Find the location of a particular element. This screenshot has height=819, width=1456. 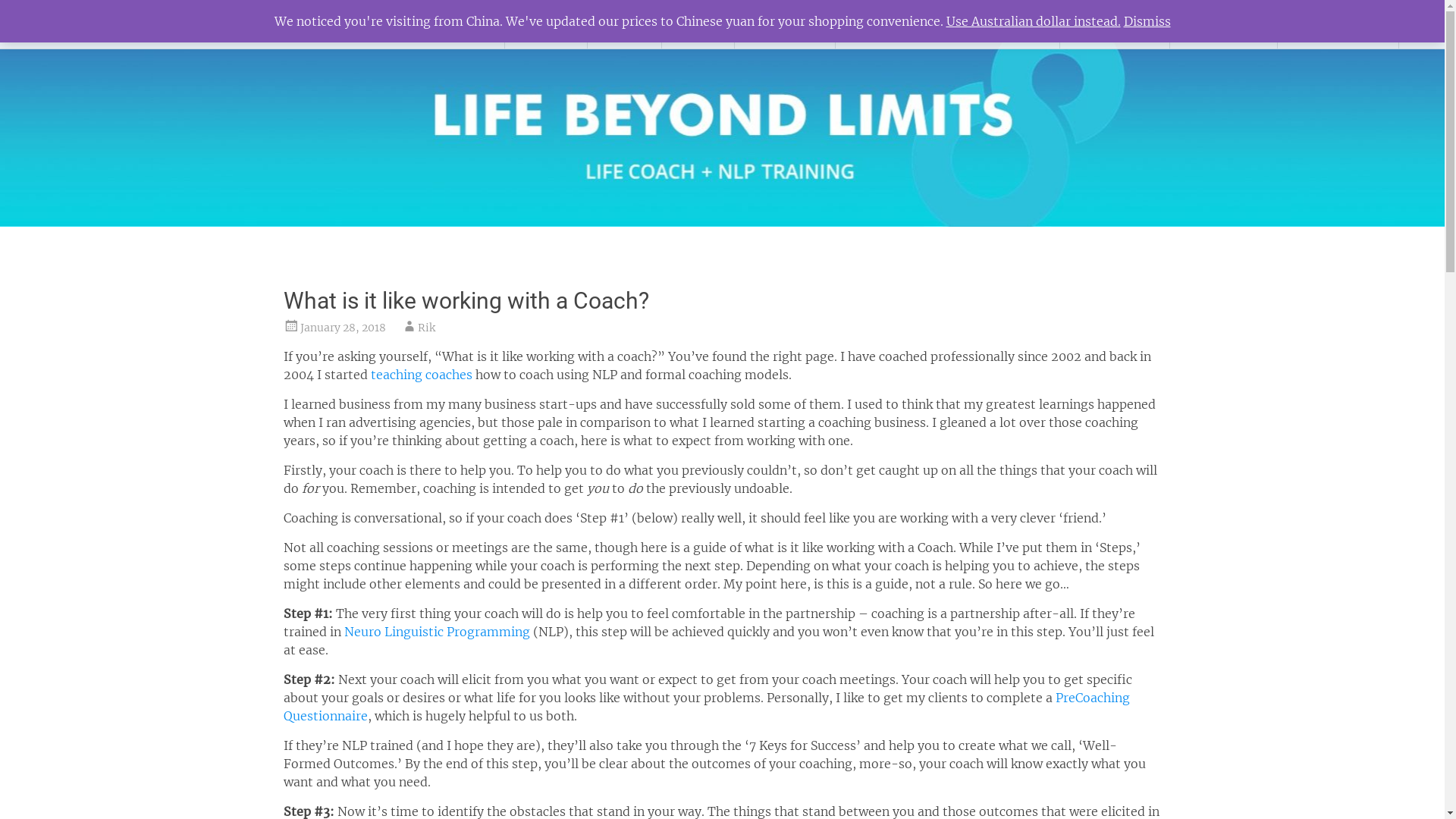

'January 28, 2018' is located at coordinates (342, 327).